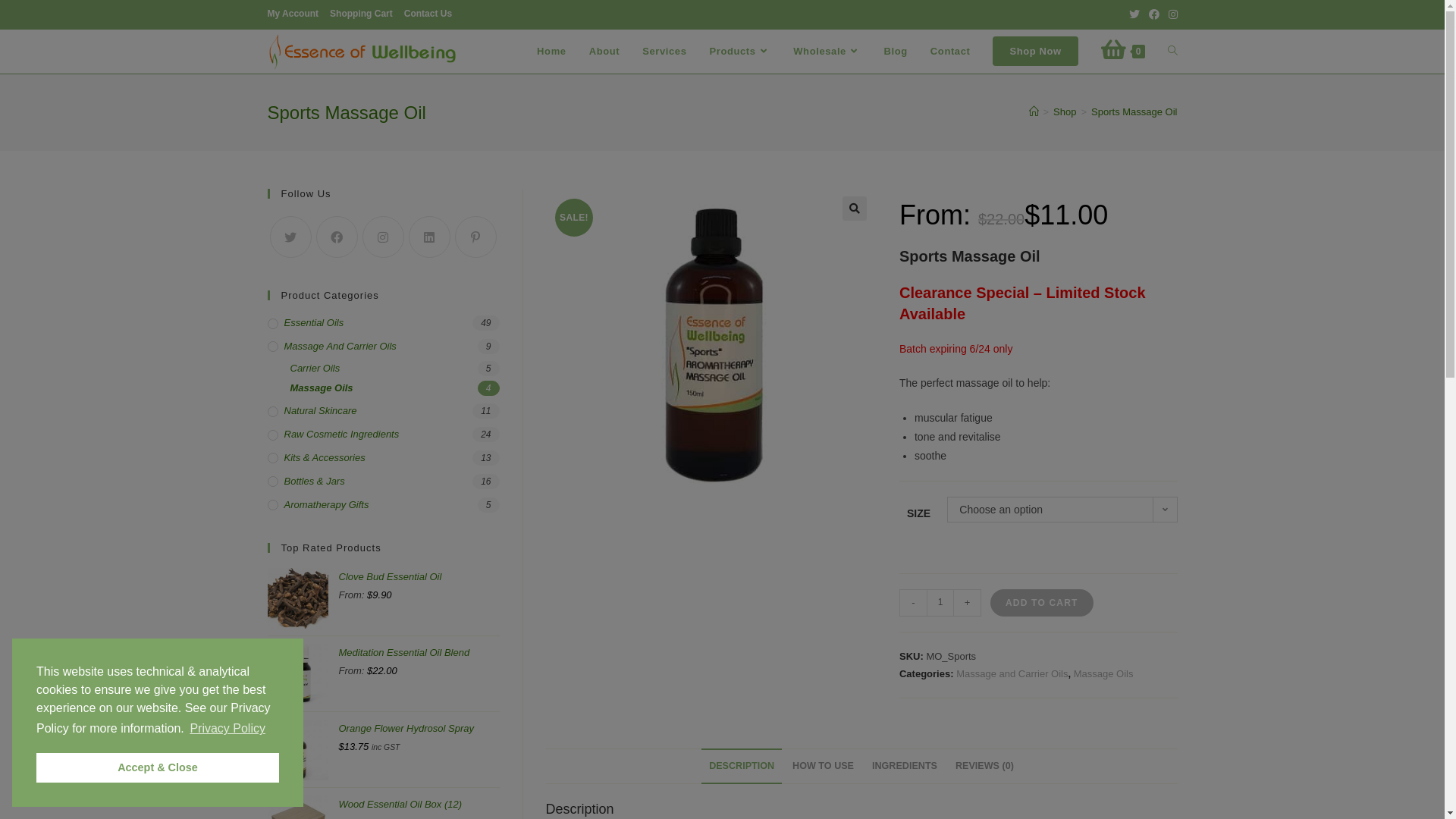  Describe the element at coordinates (949, 51) in the screenshot. I see `'Contact'` at that location.